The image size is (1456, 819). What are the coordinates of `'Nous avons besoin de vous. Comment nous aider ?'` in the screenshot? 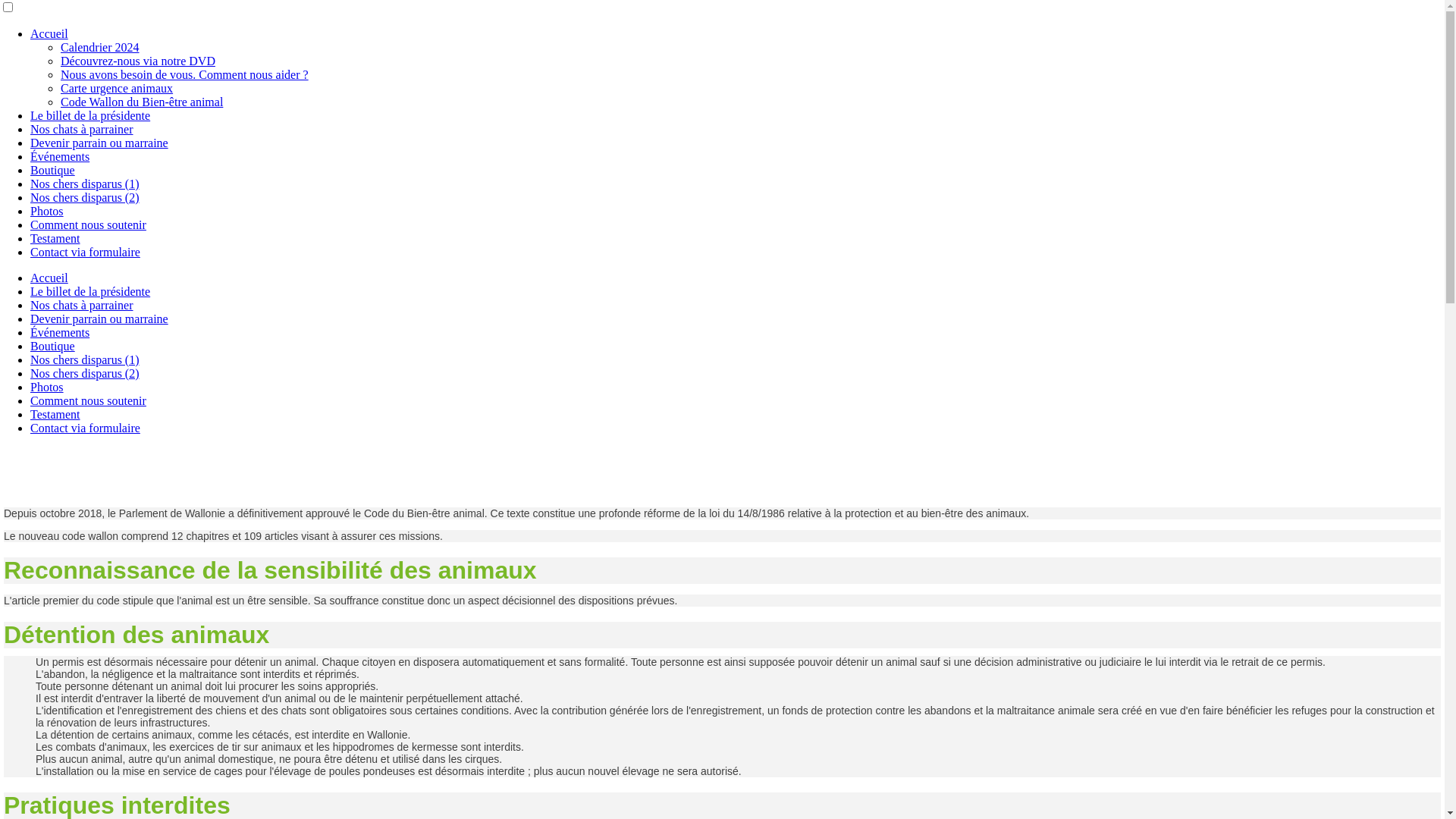 It's located at (184, 74).